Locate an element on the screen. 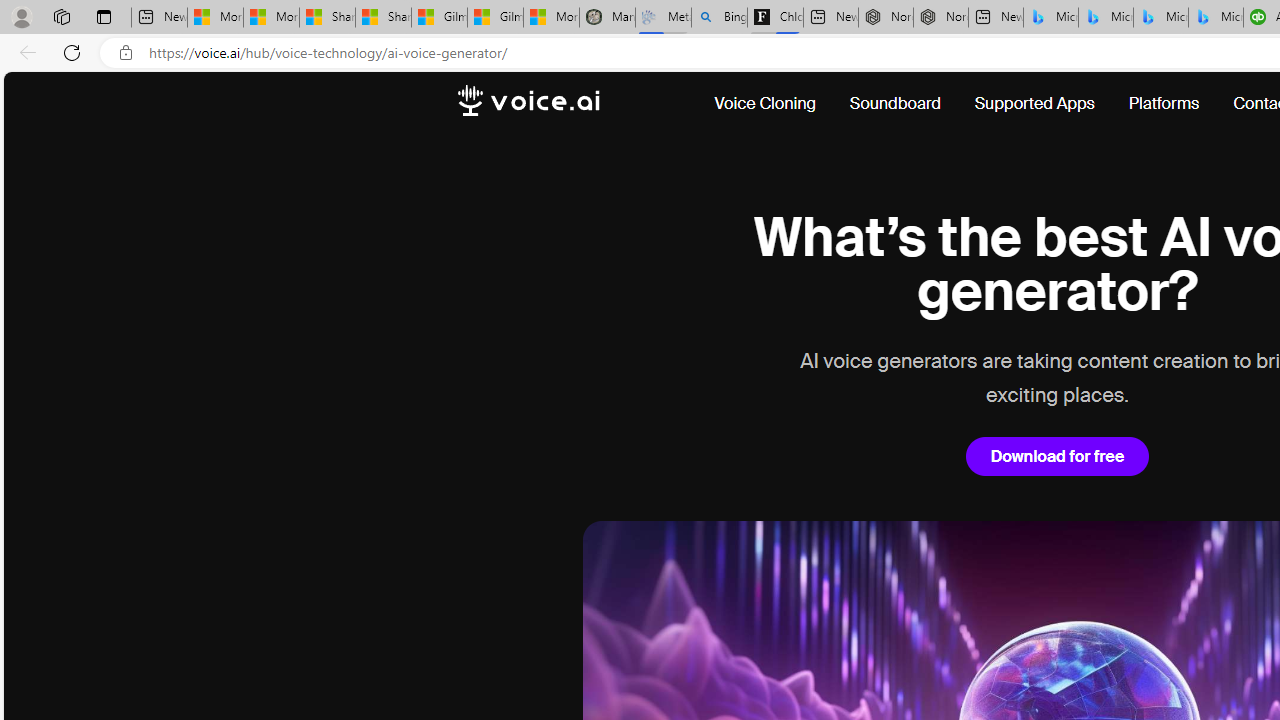 The width and height of the screenshot is (1280, 720). 'Platforms' is located at coordinates (1164, 104).